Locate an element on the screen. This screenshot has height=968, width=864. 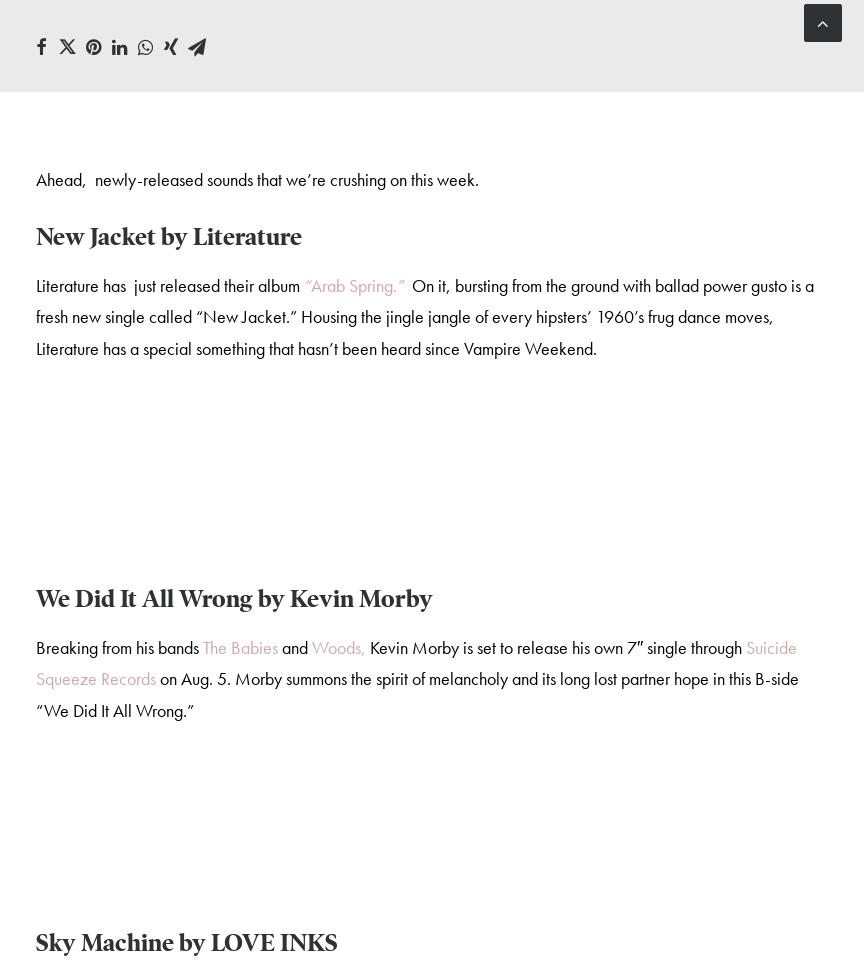
'We Did It All Wrong by Kevin Morby' is located at coordinates (234, 601).